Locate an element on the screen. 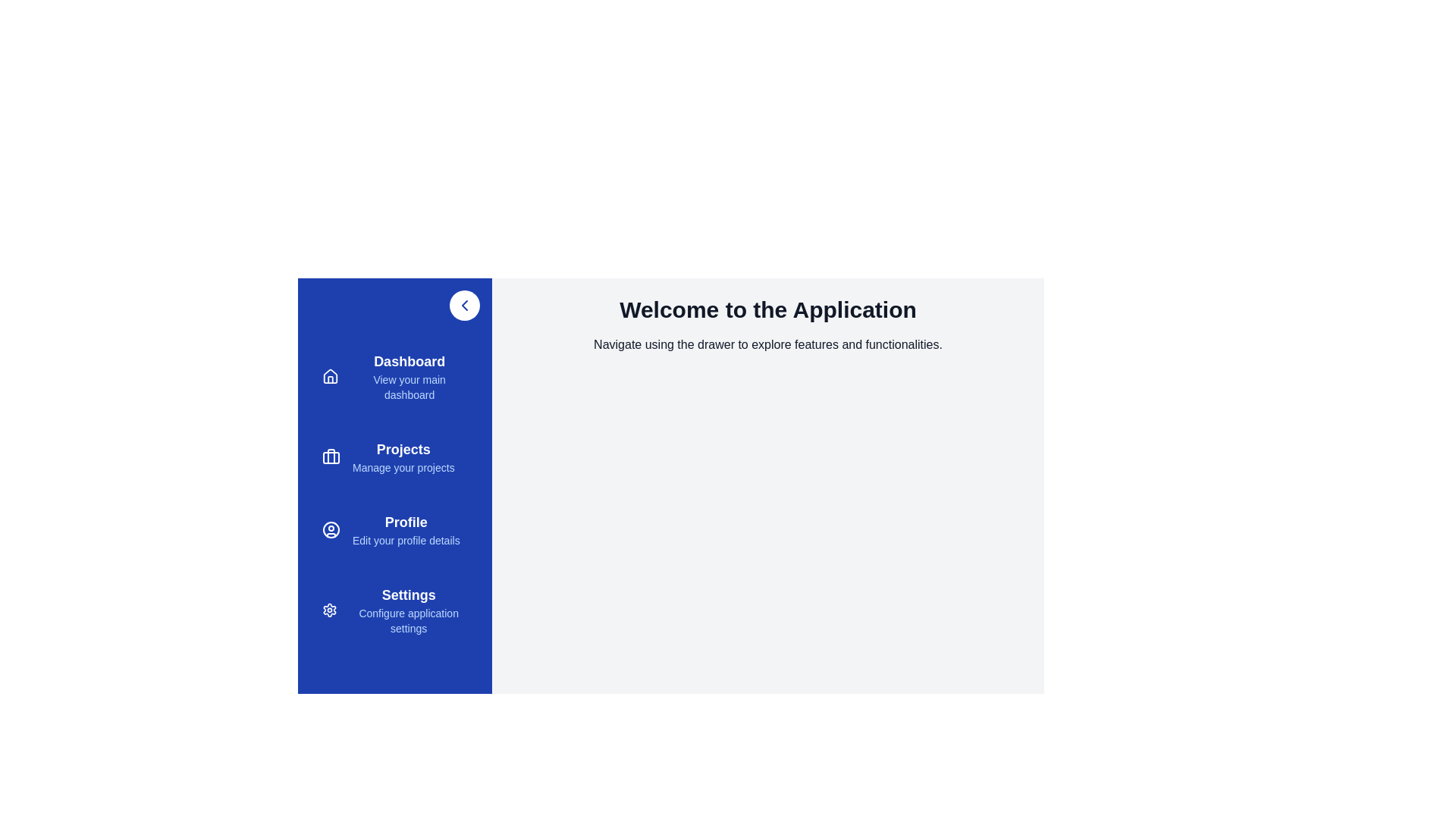 This screenshot has width=1456, height=819. the menu item Projects from the sidebar is located at coordinates (395, 456).